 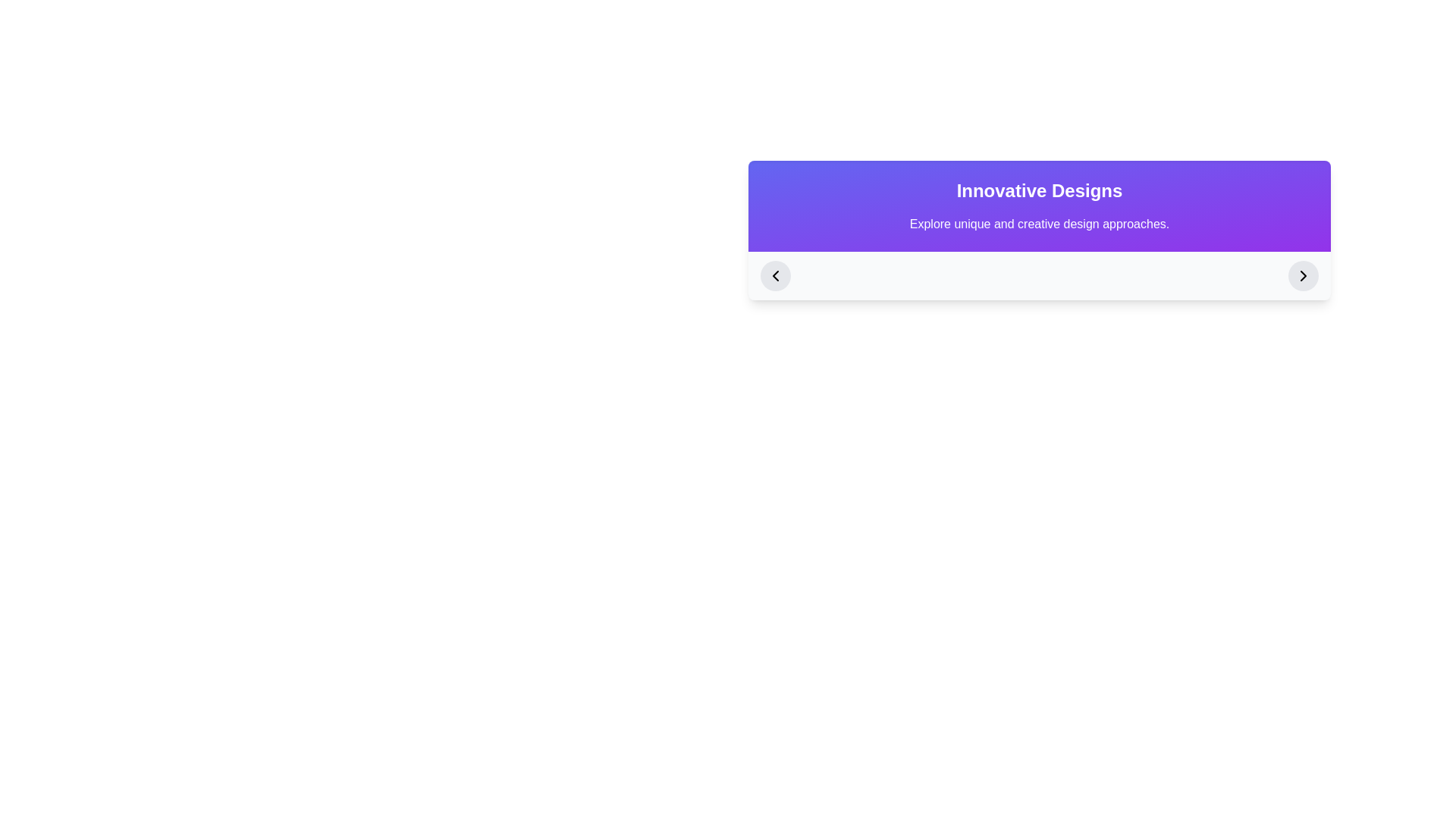 I want to click on the gray circular button that serves as the 'Previous' button for navigating back within the sequence or gallery, located at the bottom-left corner of the 'Innovative Designs' card, so click(x=775, y=275).